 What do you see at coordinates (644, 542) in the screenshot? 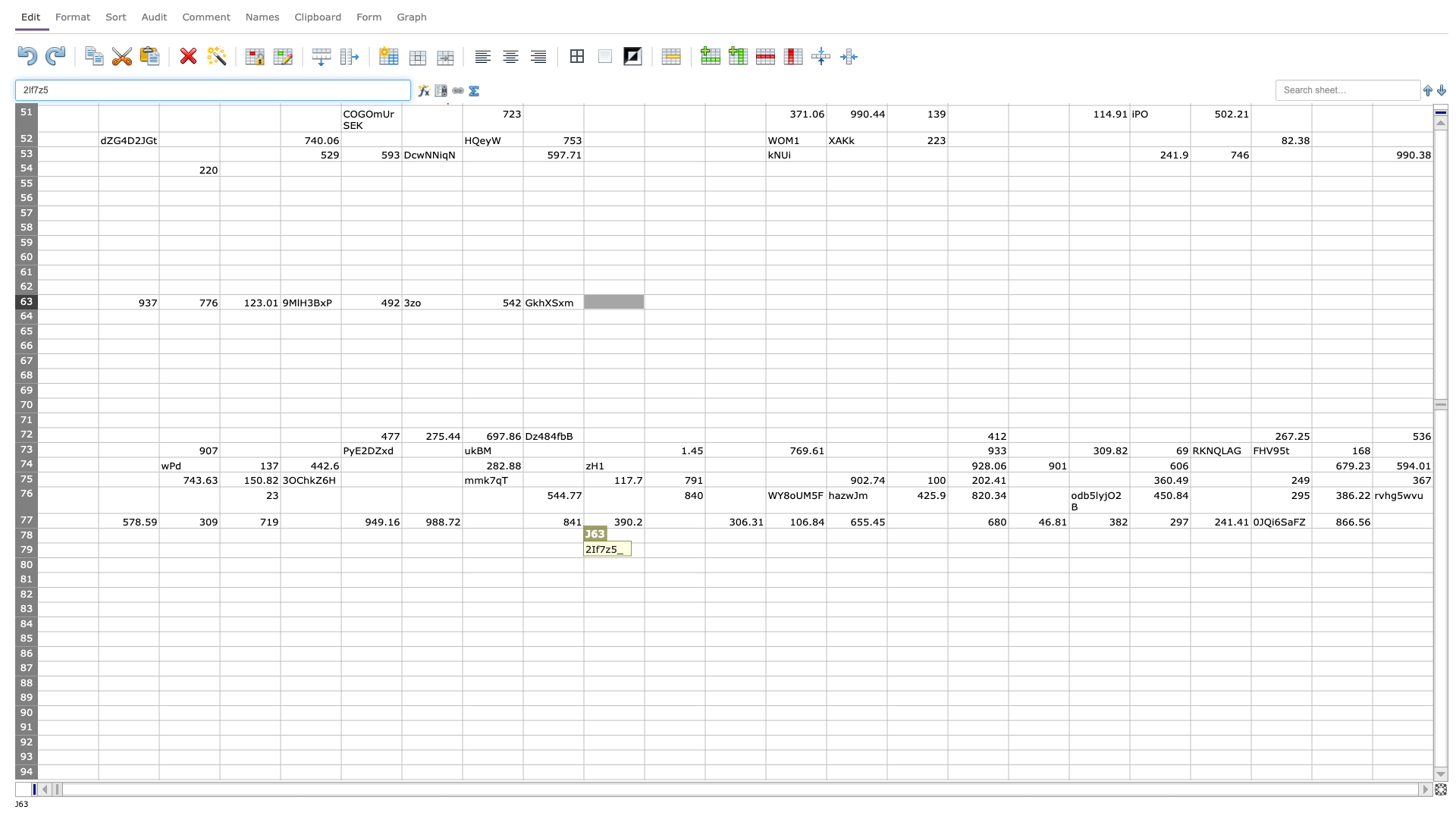
I see `Top left corner of cell K-79` at bounding box center [644, 542].